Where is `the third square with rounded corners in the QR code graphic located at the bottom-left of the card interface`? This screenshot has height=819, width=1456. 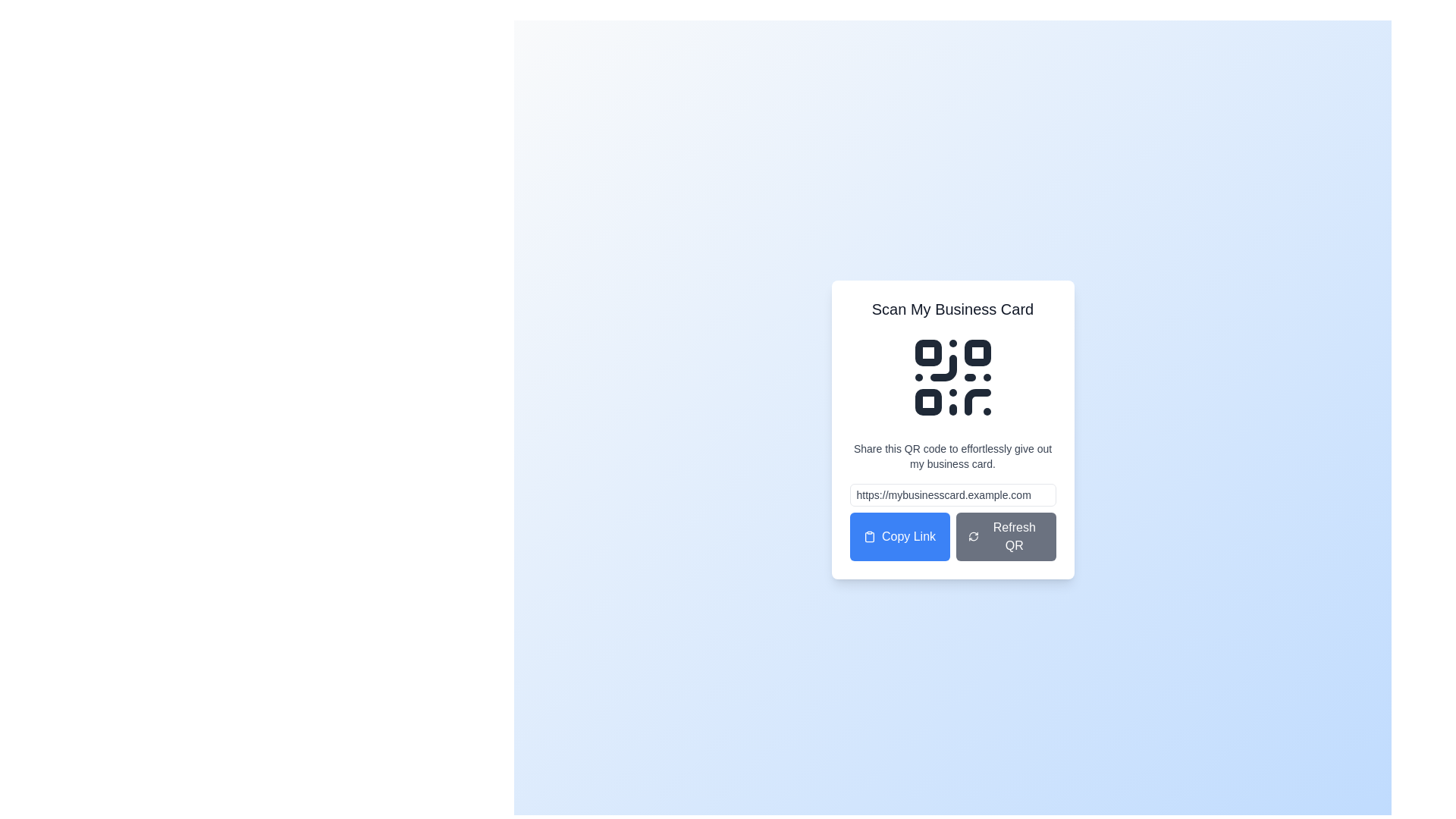
the third square with rounded corners in the QR code graphic located at the bottom-left of the card interface is located at coordinates (927, 401).